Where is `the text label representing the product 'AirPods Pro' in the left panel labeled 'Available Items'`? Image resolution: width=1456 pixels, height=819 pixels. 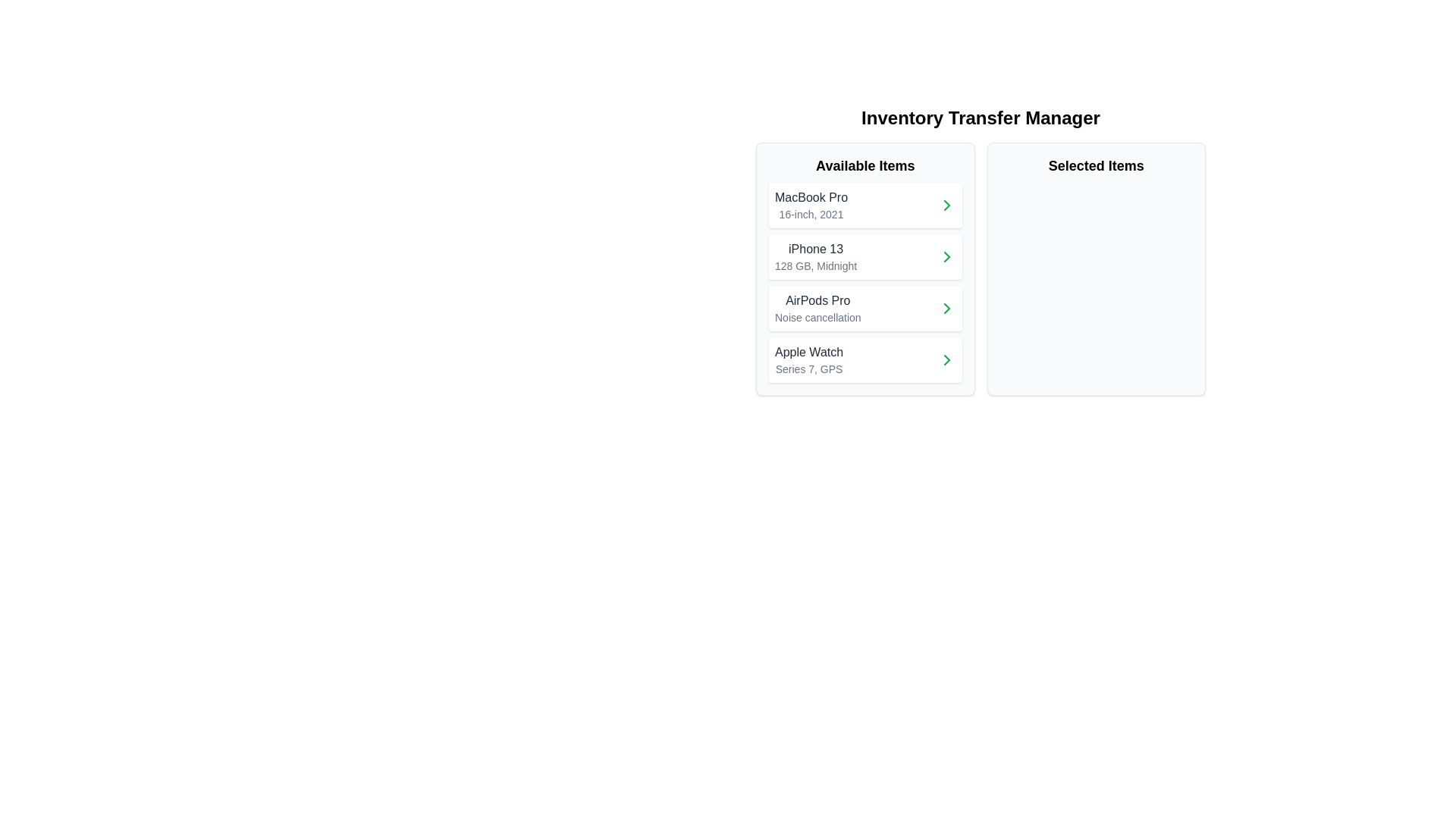
the text label representing the product 'AirPods Pro' in the left panel labeled 'Available Items' is located at coordinates (817, 301).